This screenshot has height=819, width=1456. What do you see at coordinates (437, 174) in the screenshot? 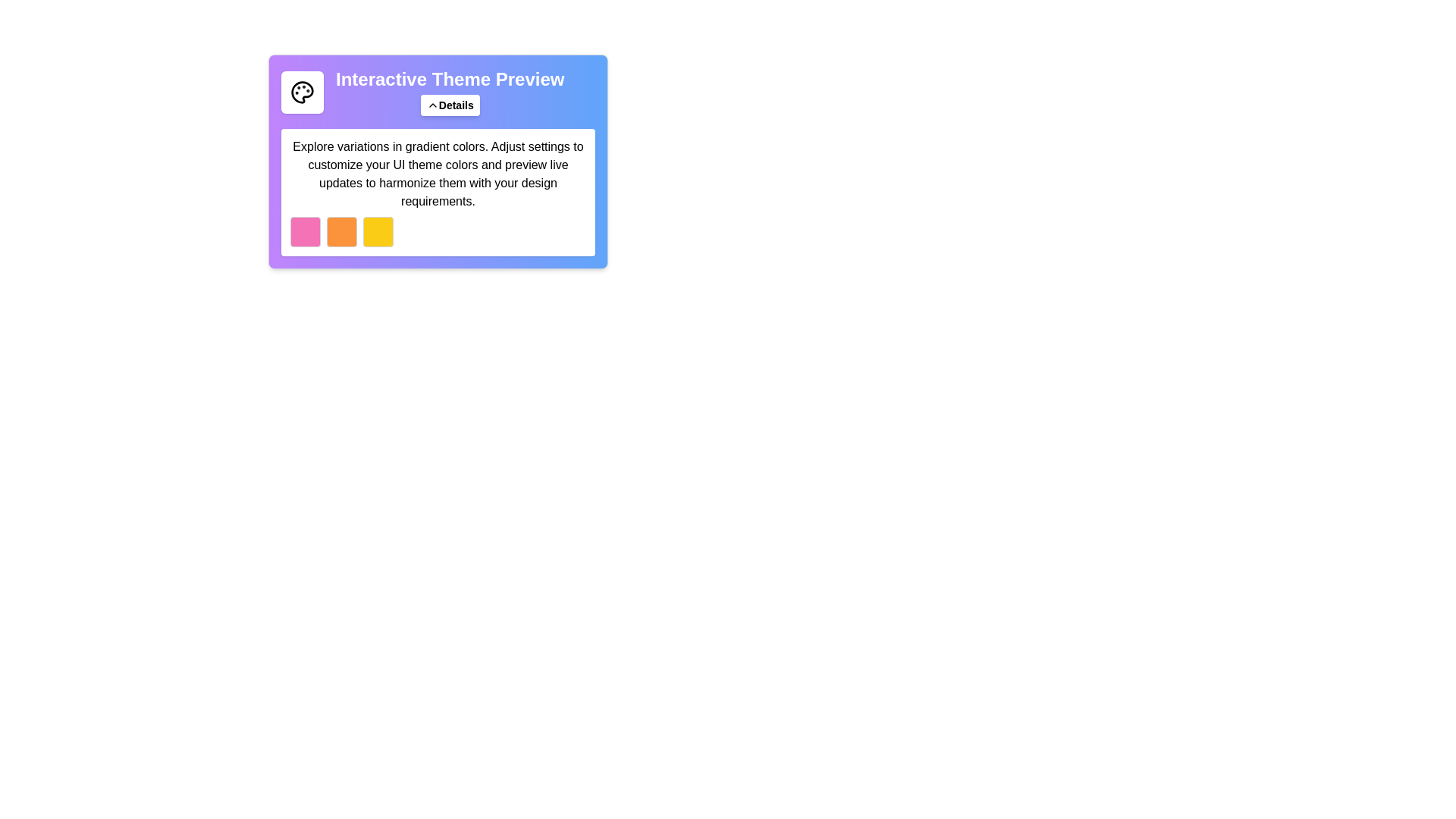
I see `the Informative Text Block that explains the purpose and interaction possibilities of the surrounding UI components related to gradient and UI theme customization, located below the 'Interactive Theme Preview' header` at bounding box center [437, 174].